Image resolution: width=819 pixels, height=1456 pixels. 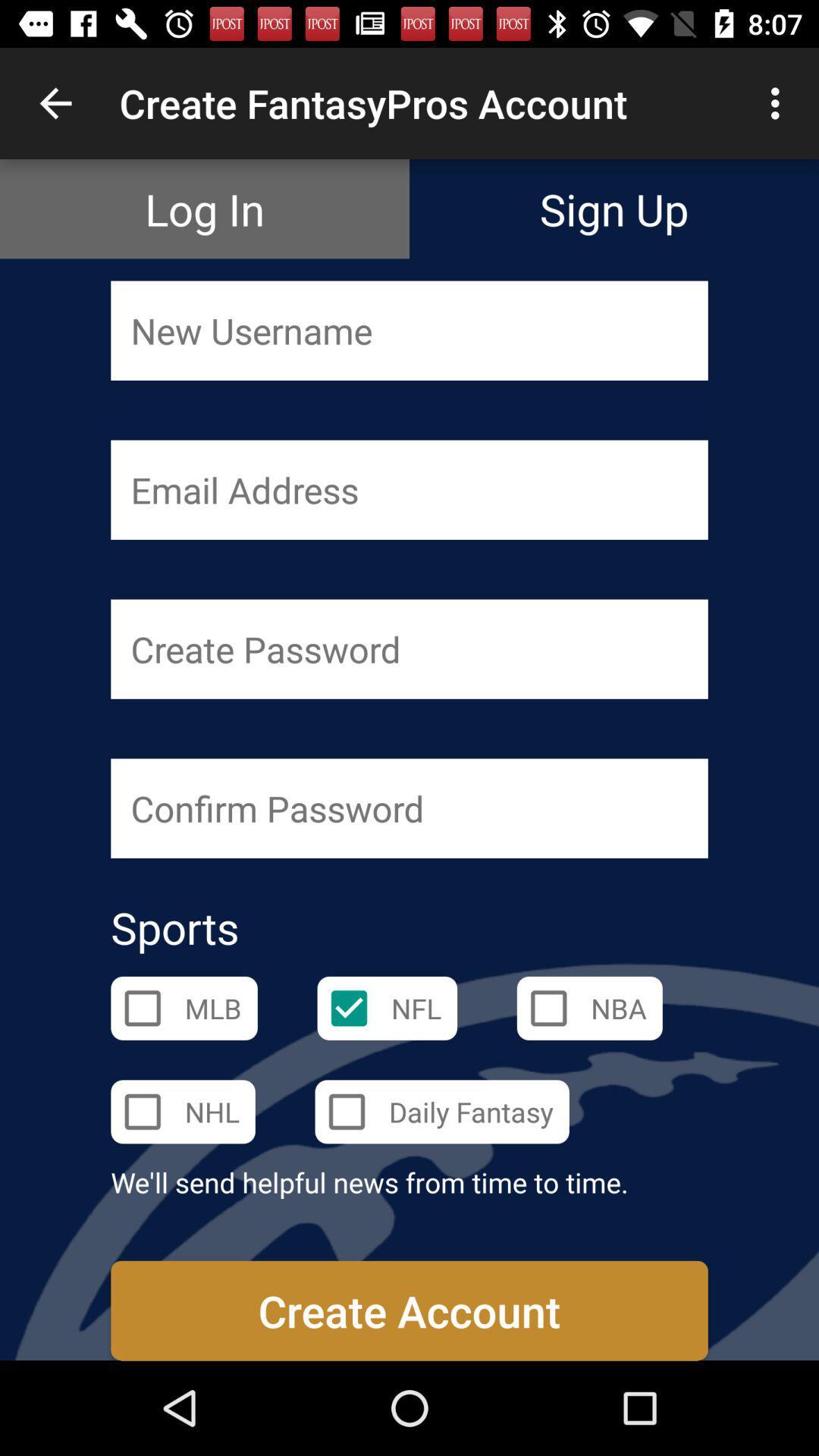 What do you see at coordinates (205, 208) in the screenshot?
I see `the log in` at bounding box center [205, 208].